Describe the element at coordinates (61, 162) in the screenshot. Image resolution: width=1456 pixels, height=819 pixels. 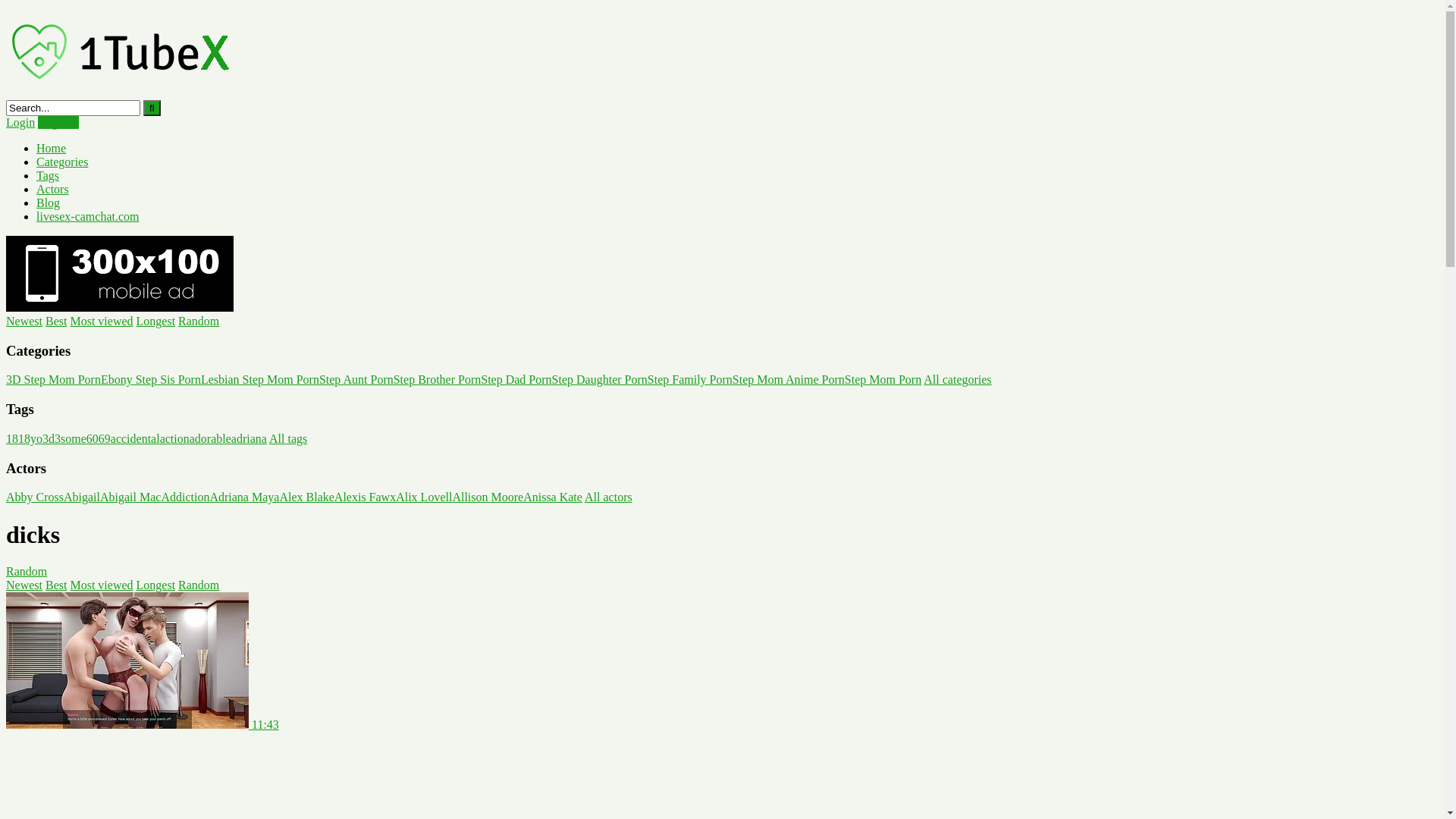
I see `'Categories'` at that location.